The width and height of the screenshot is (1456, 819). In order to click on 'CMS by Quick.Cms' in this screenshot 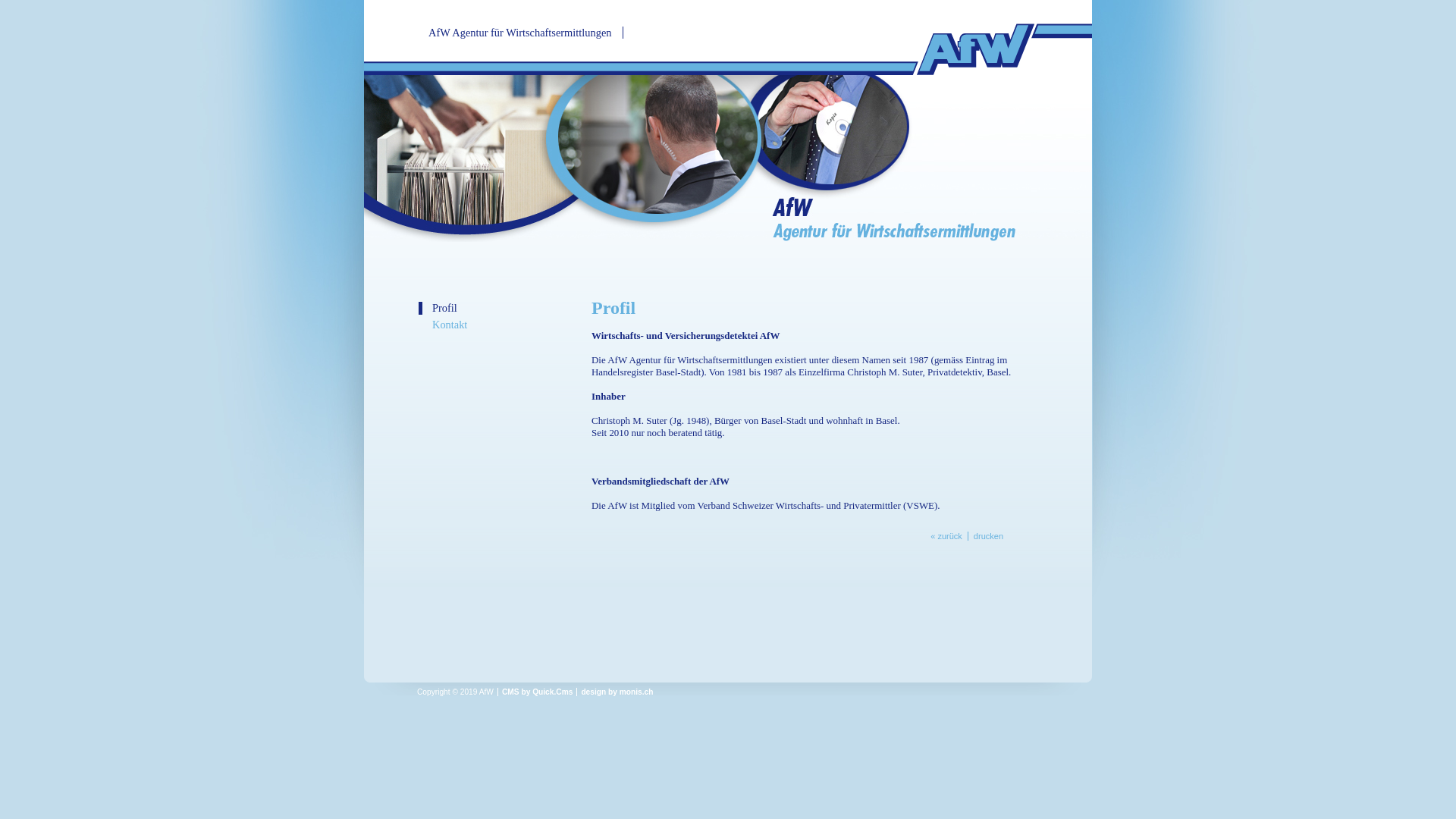, I will do `click(537, 692)`.